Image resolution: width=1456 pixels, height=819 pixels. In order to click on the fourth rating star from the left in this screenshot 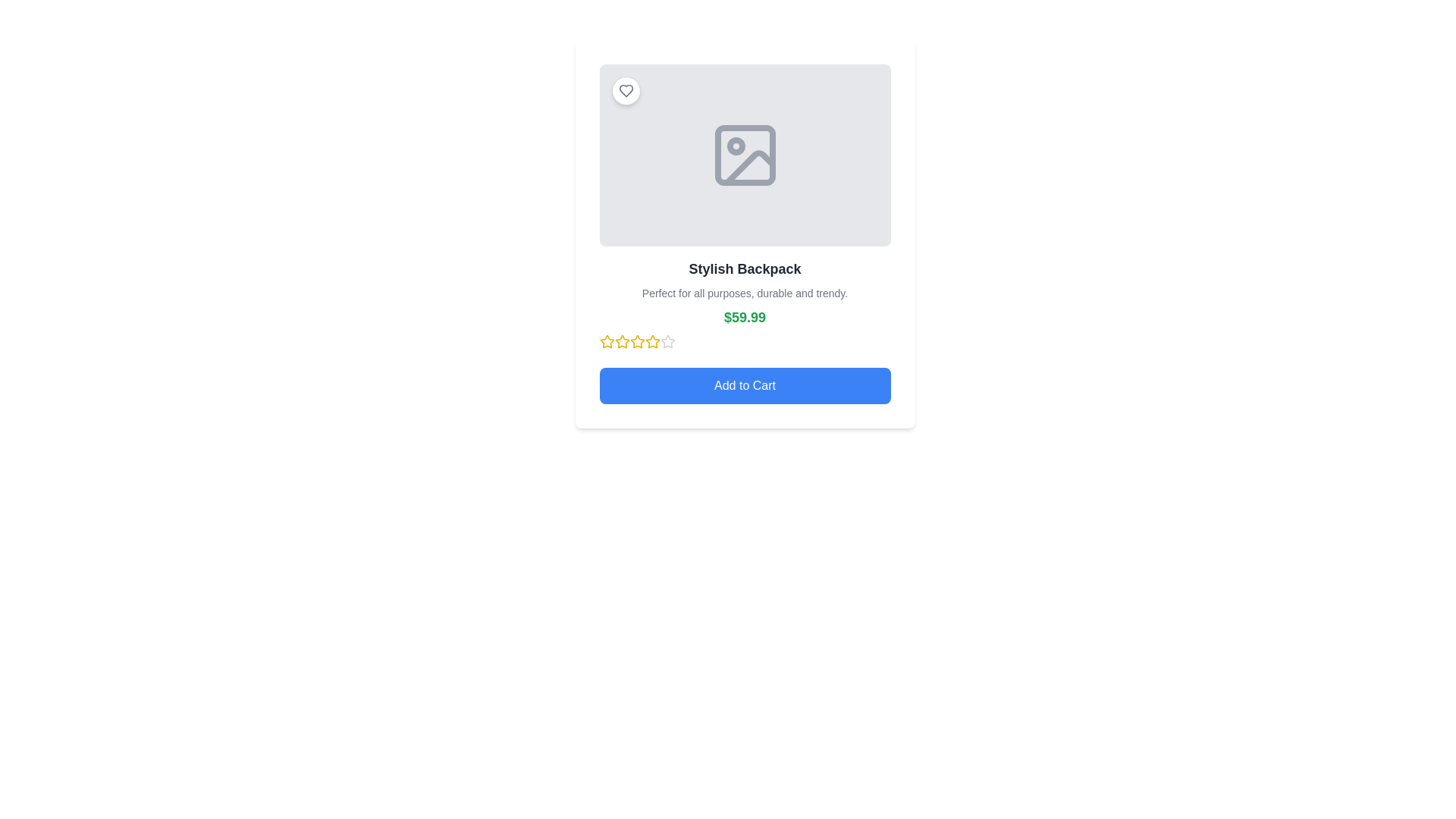, I will do `click(637, 342)`.